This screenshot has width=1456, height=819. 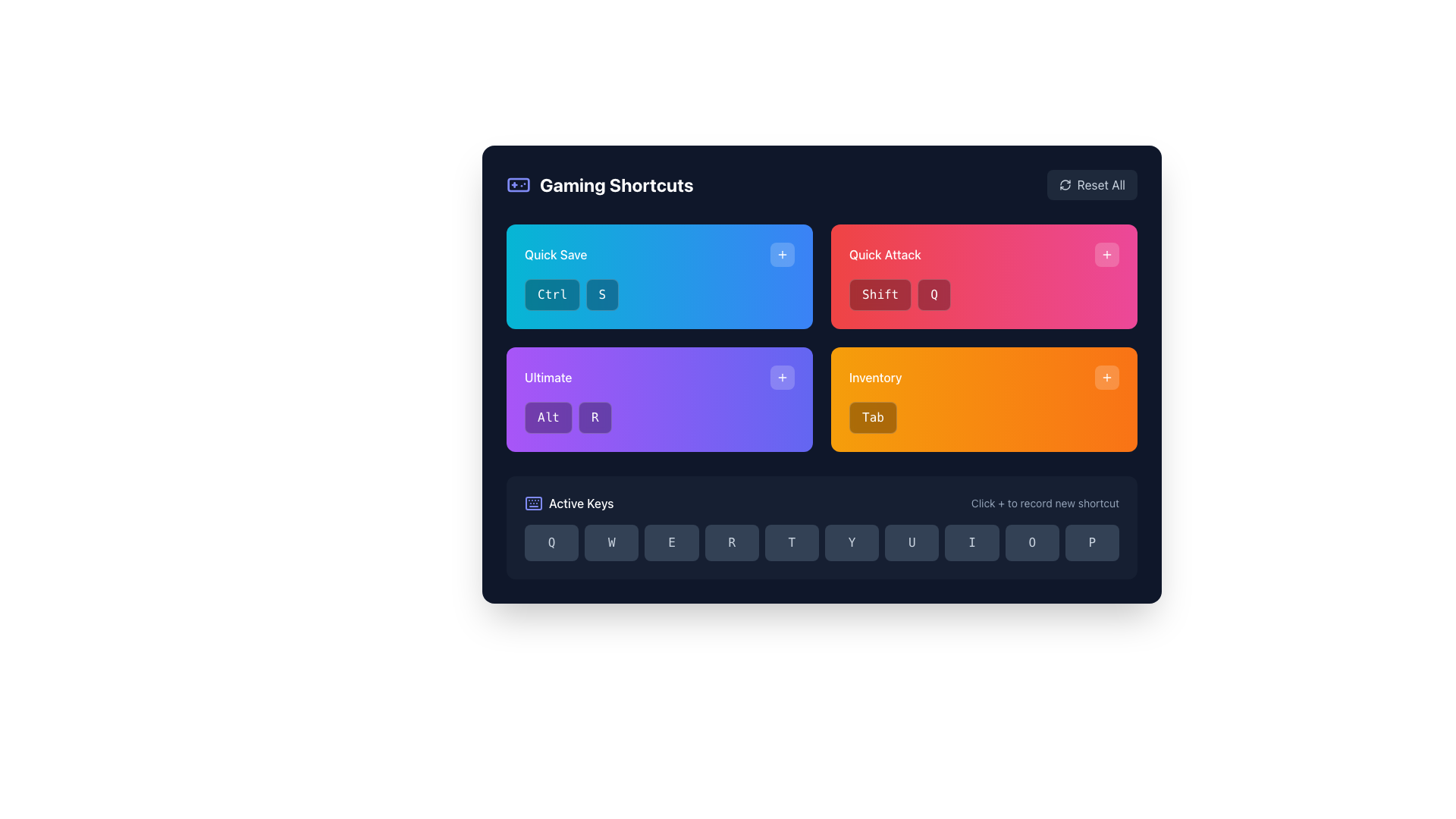 I want to click on the button representing the key 'T', which is located under the heading 'Active Keys' and positioned between the buttons labeled 'R' and 'Y', so click(x=791, y=542).